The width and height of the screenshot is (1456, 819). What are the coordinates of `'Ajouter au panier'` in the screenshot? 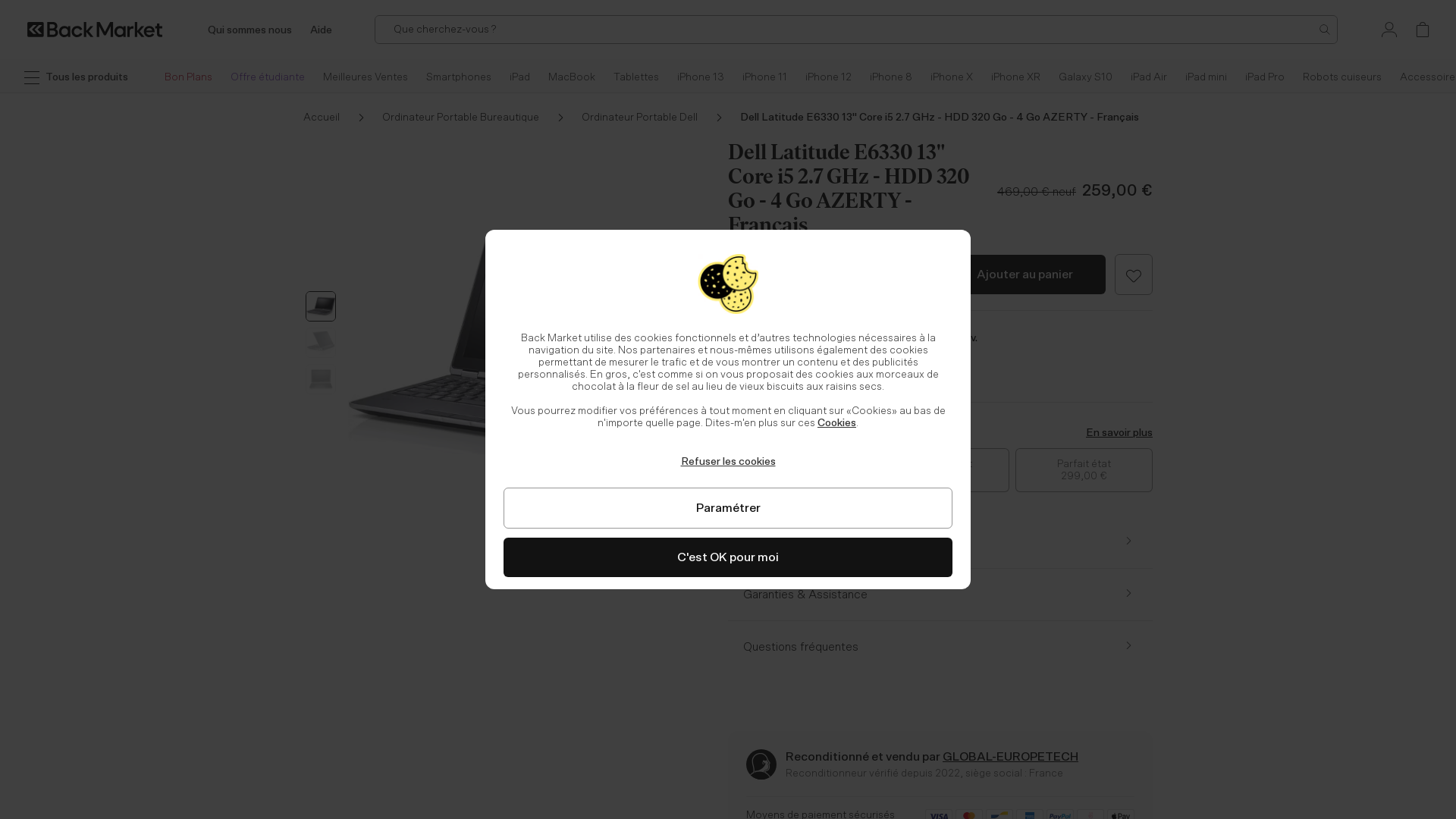 It's located at (1024, 275).